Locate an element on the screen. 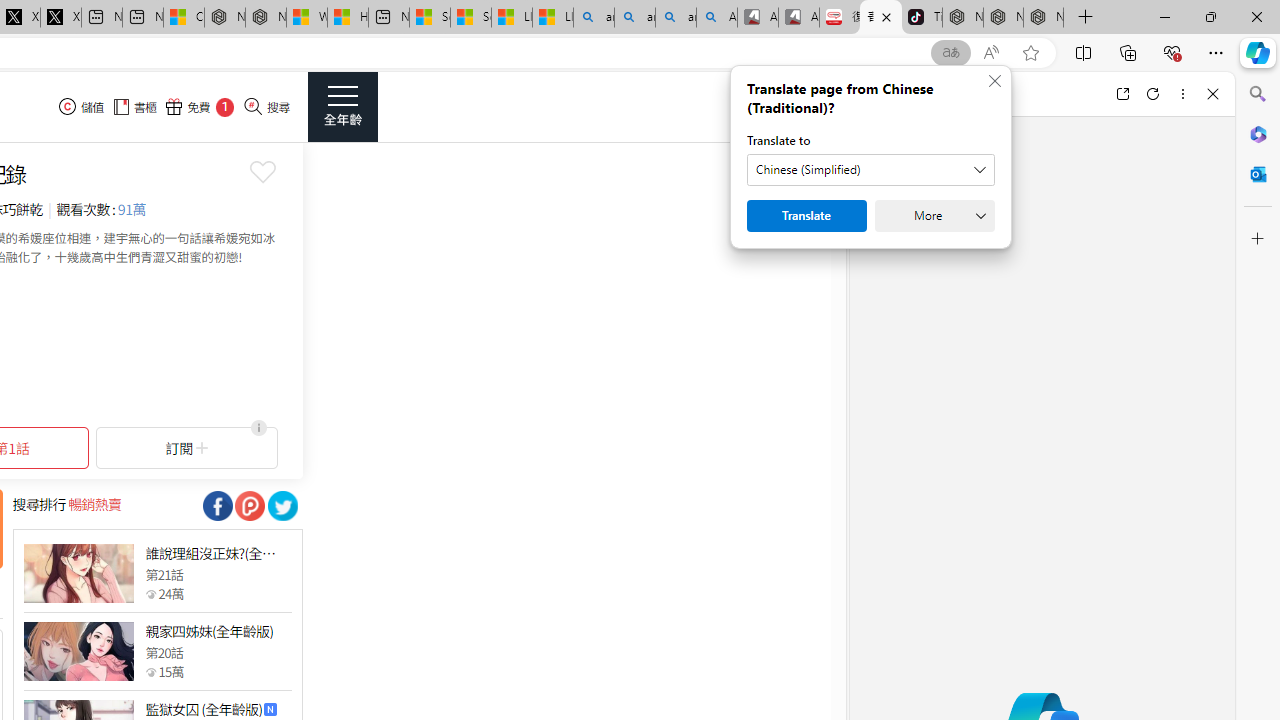 Image resolution: width=1280 pixels, height=720 pixels. 'Outlook' is located at coordinates (1257, 173).